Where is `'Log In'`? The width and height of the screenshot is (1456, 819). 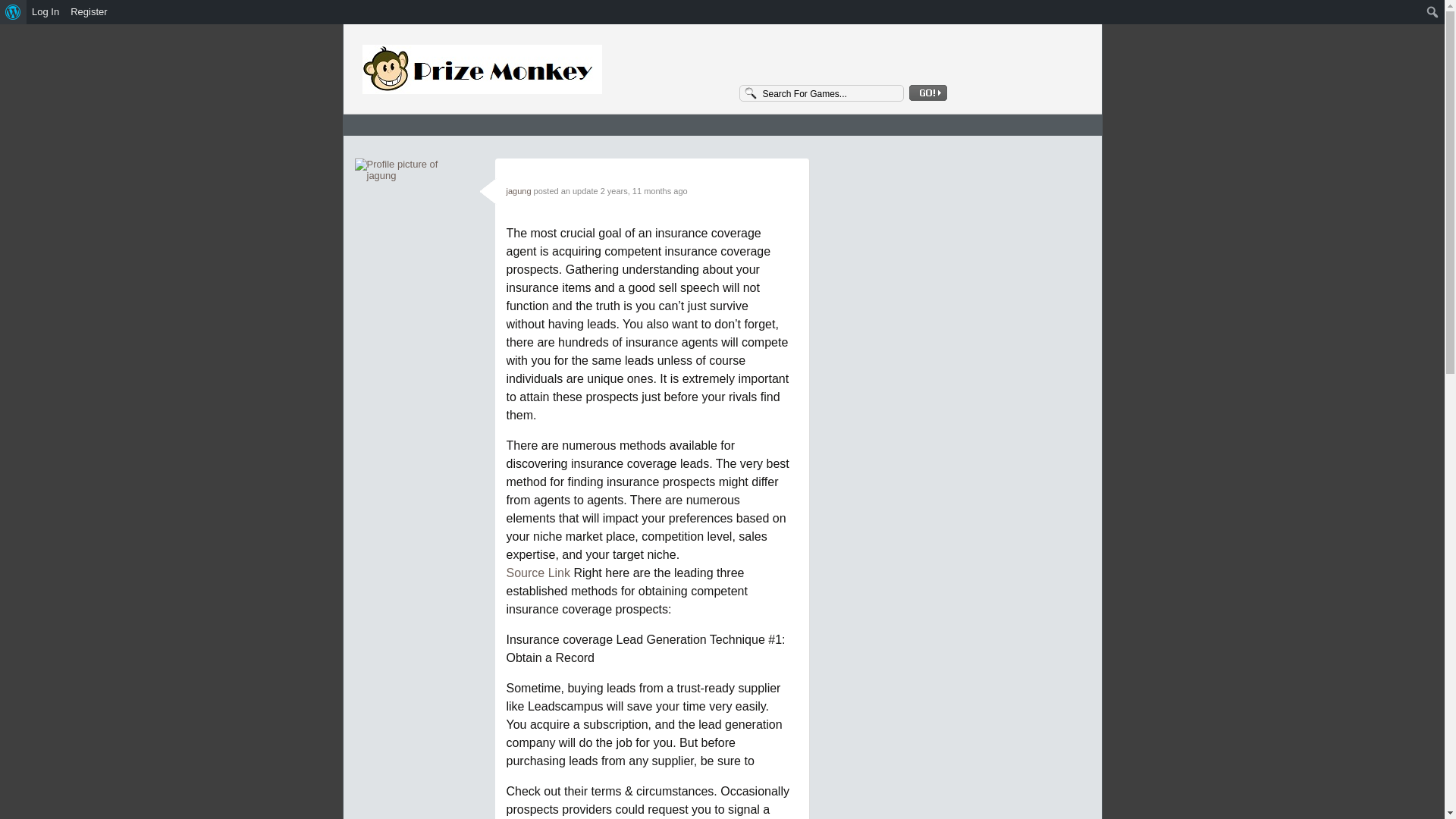 'Log In' is located at coordinates (45, 11).